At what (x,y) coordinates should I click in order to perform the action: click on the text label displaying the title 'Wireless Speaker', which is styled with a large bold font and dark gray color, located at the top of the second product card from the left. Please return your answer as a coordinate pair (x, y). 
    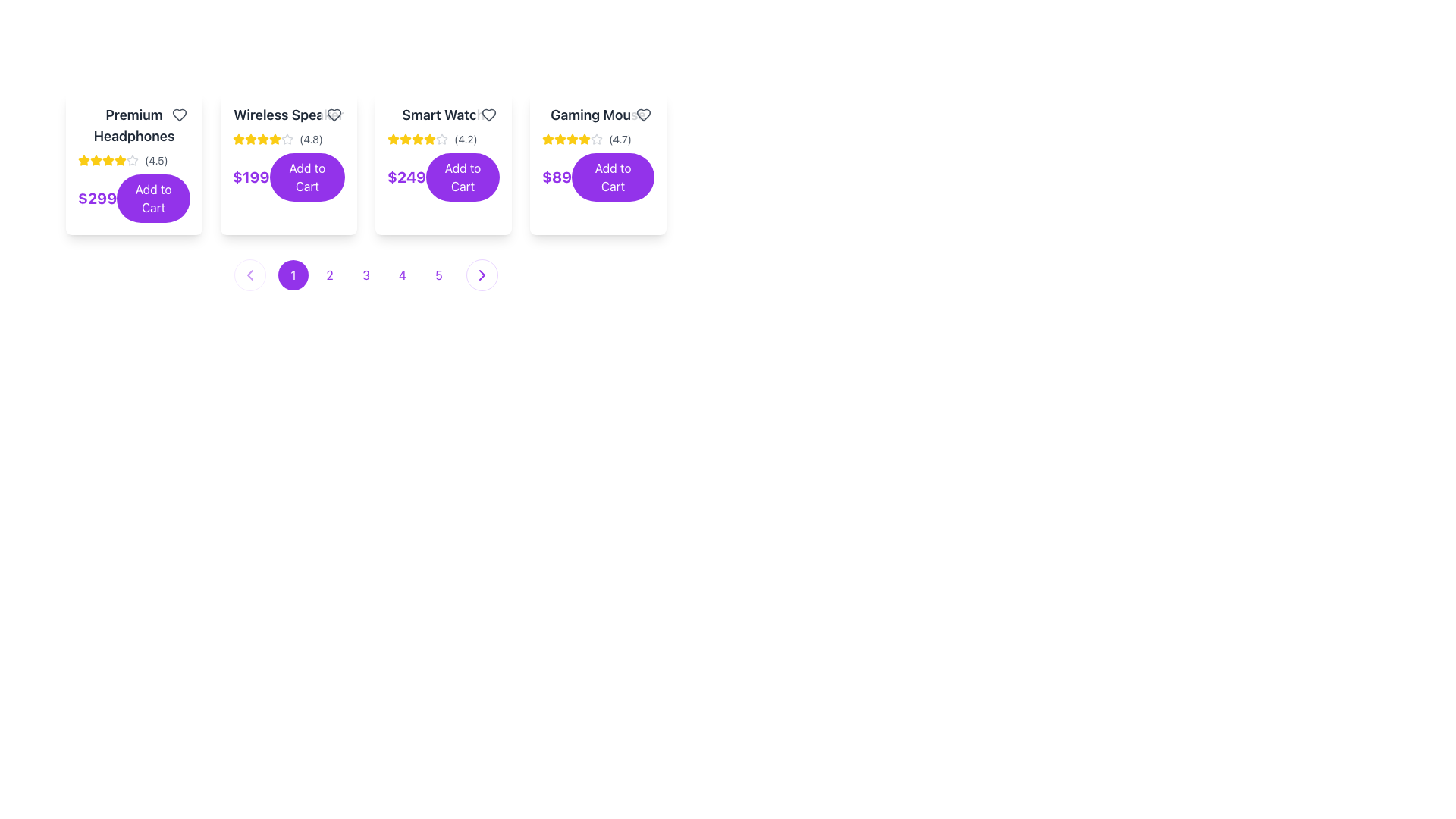
    Looking at the image, I should click on (288, 114).